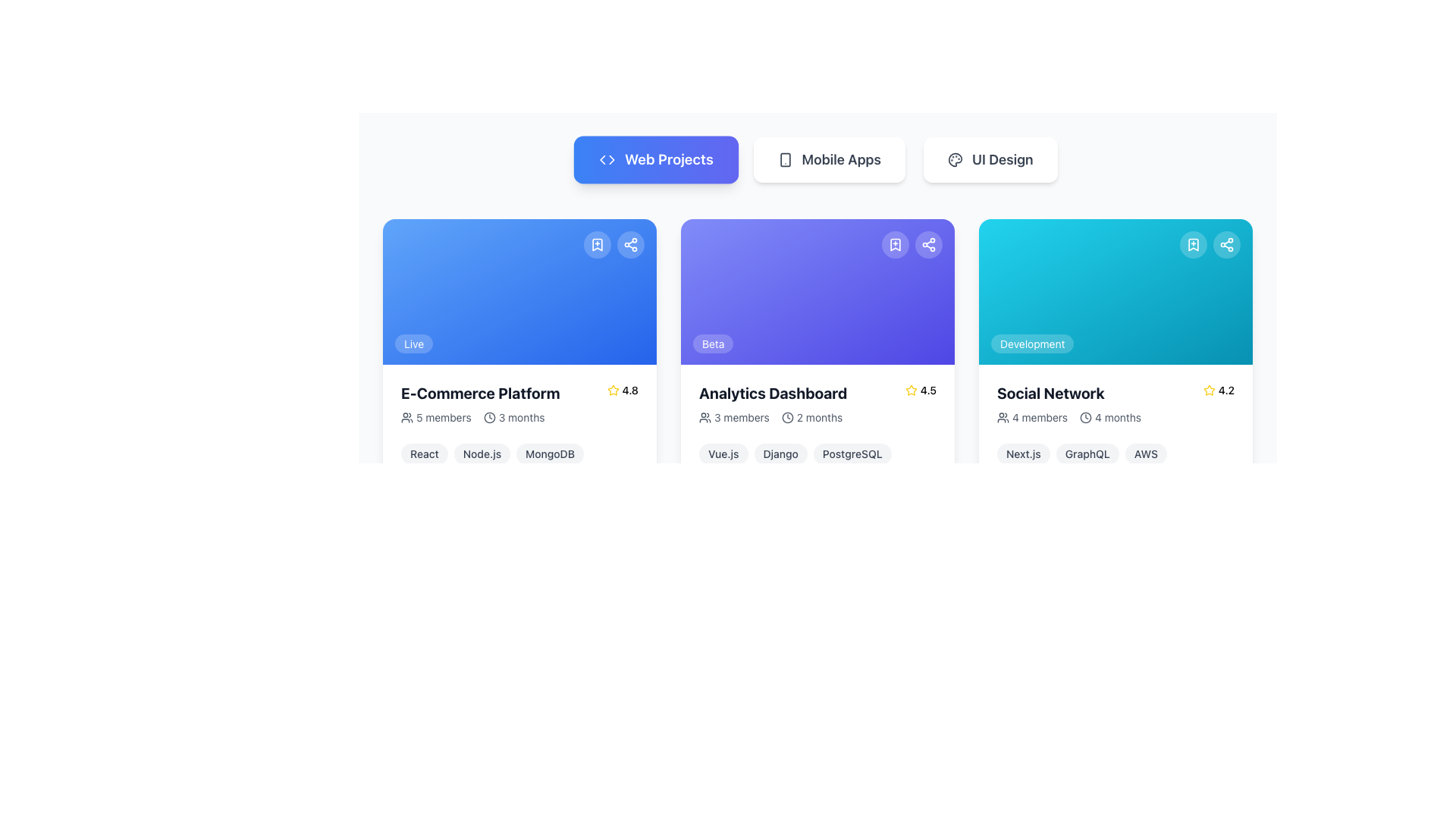 The image size is (1456, 819). I want to click on the Vue.js label on the Analytics Dashboard card, which is the first of three horizontally aligned sibling elements in the center-bottom region, so click(723, 453).